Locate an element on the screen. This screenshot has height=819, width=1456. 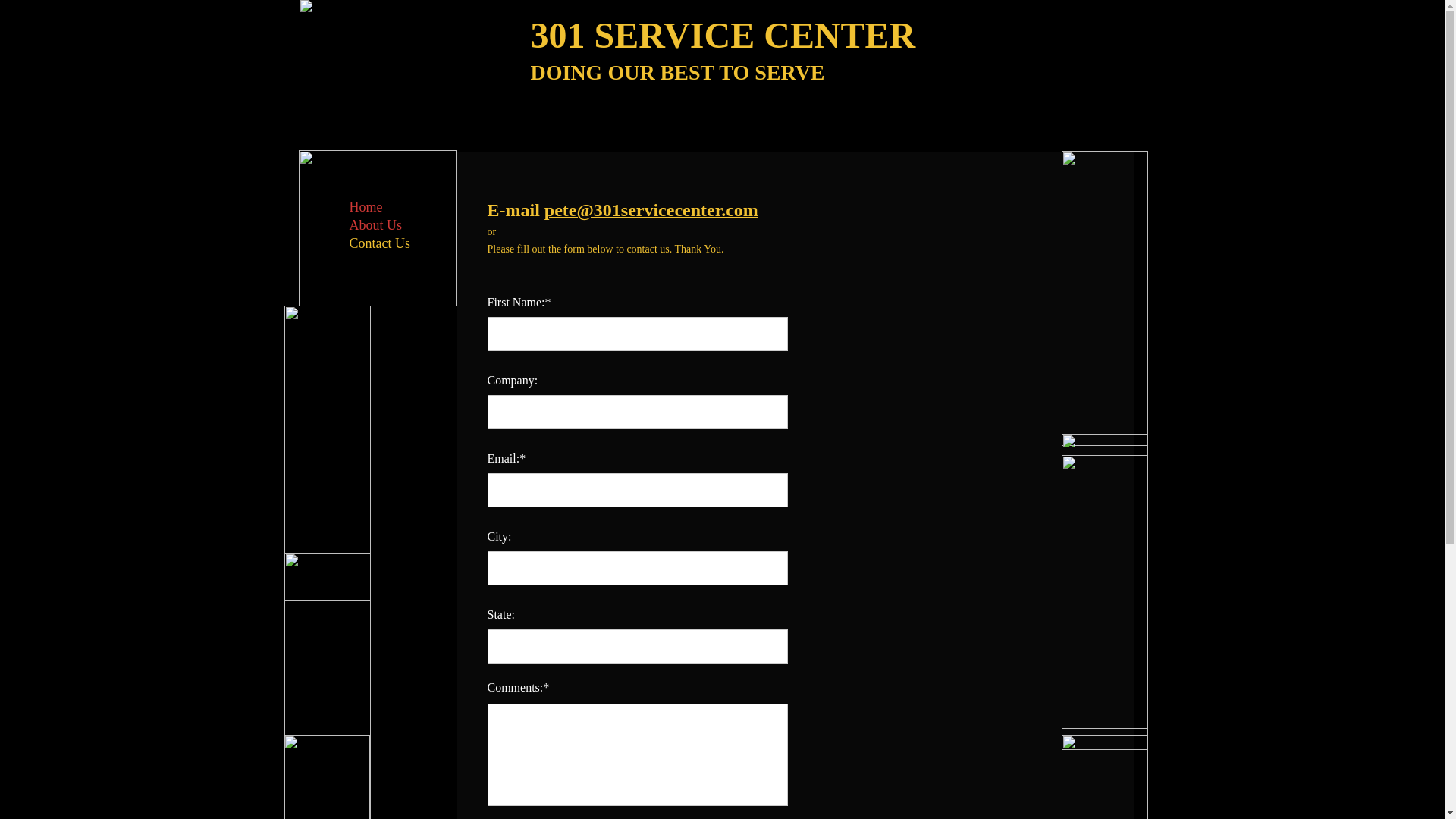
'pete@301servicecenter.com' is located at coordinates (651, 212).